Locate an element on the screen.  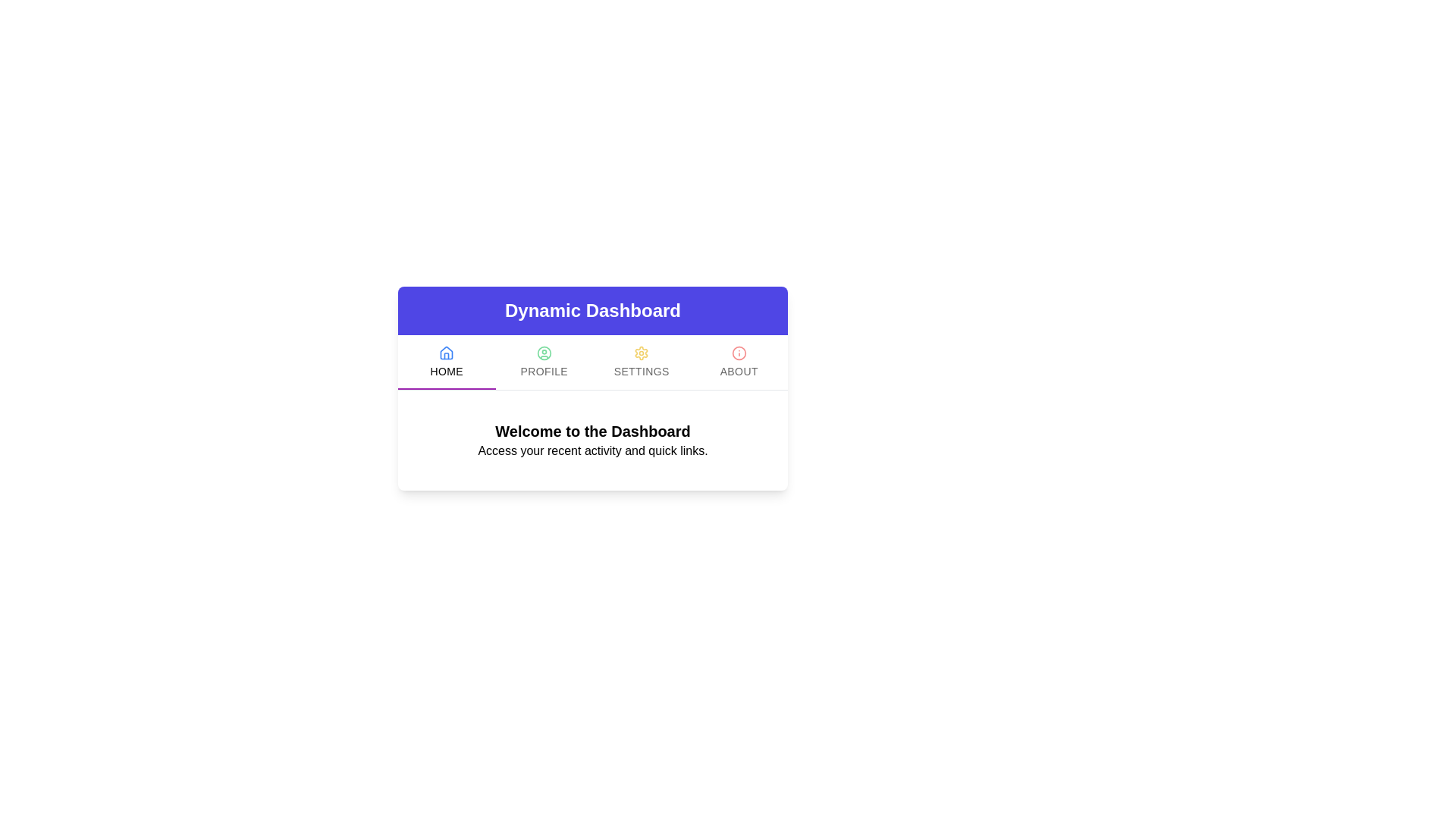
the navigation bar located at the top-center of the main interface is located at coordinates (592, 388).